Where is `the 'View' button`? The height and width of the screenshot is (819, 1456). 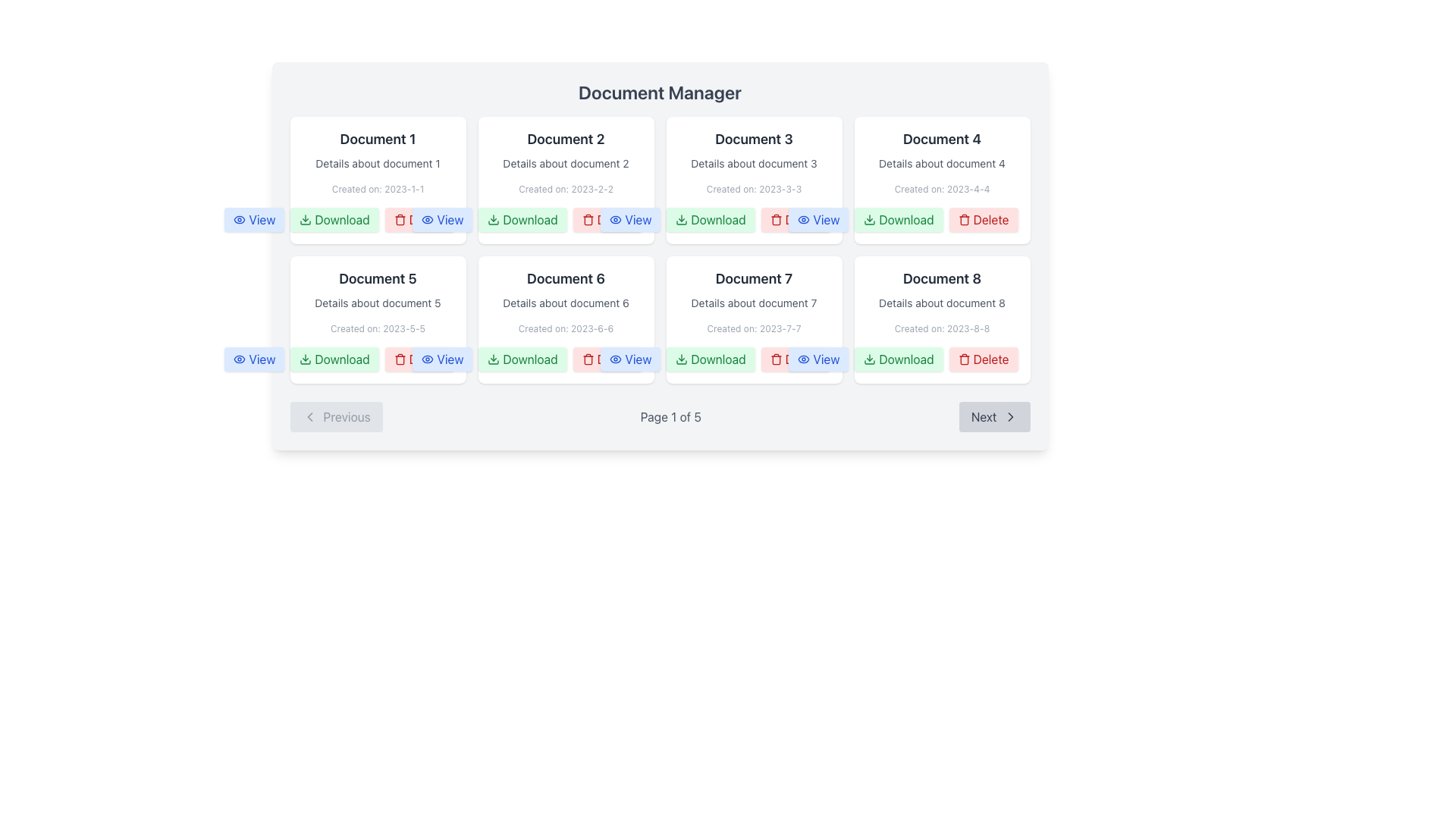 the 'View' button is located at coordinates (630, 219).